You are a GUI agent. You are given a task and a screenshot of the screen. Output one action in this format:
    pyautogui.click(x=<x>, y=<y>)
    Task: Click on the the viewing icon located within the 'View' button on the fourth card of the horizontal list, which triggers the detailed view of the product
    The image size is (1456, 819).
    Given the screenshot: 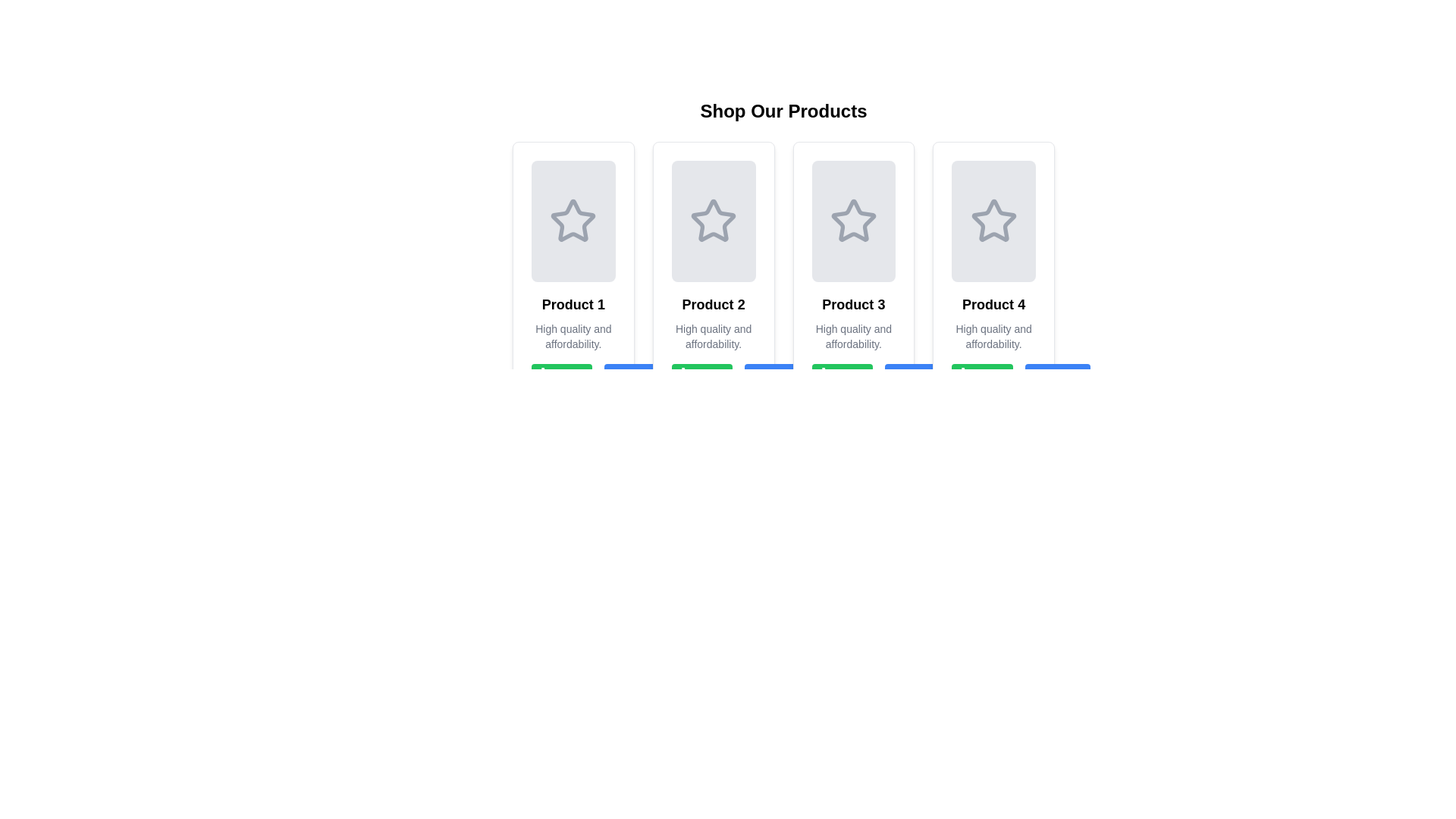 What is the action you would take?
    pyautogui.click(x=902, y=375)
    